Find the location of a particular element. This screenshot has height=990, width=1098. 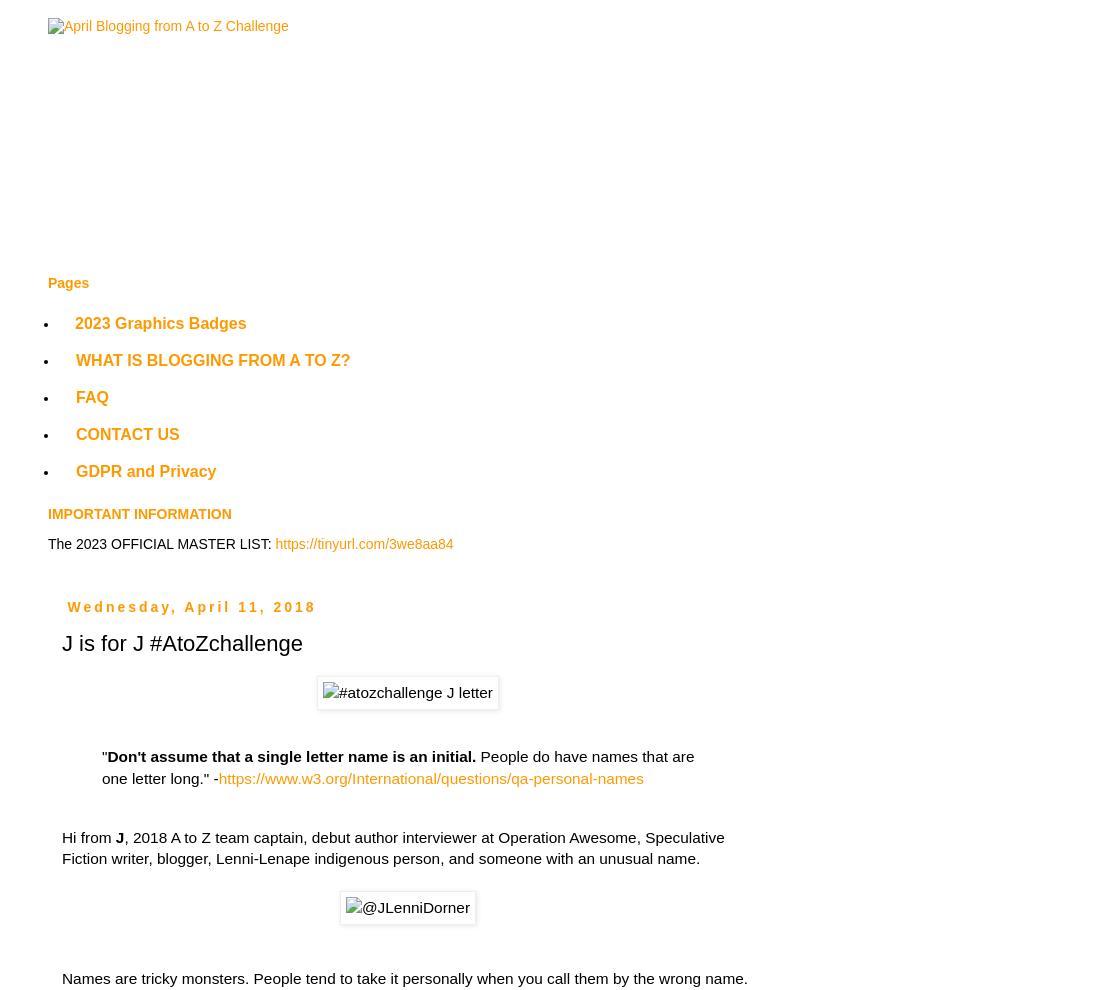

'GDPR and Privacy' is located at coordinates (146, 471).